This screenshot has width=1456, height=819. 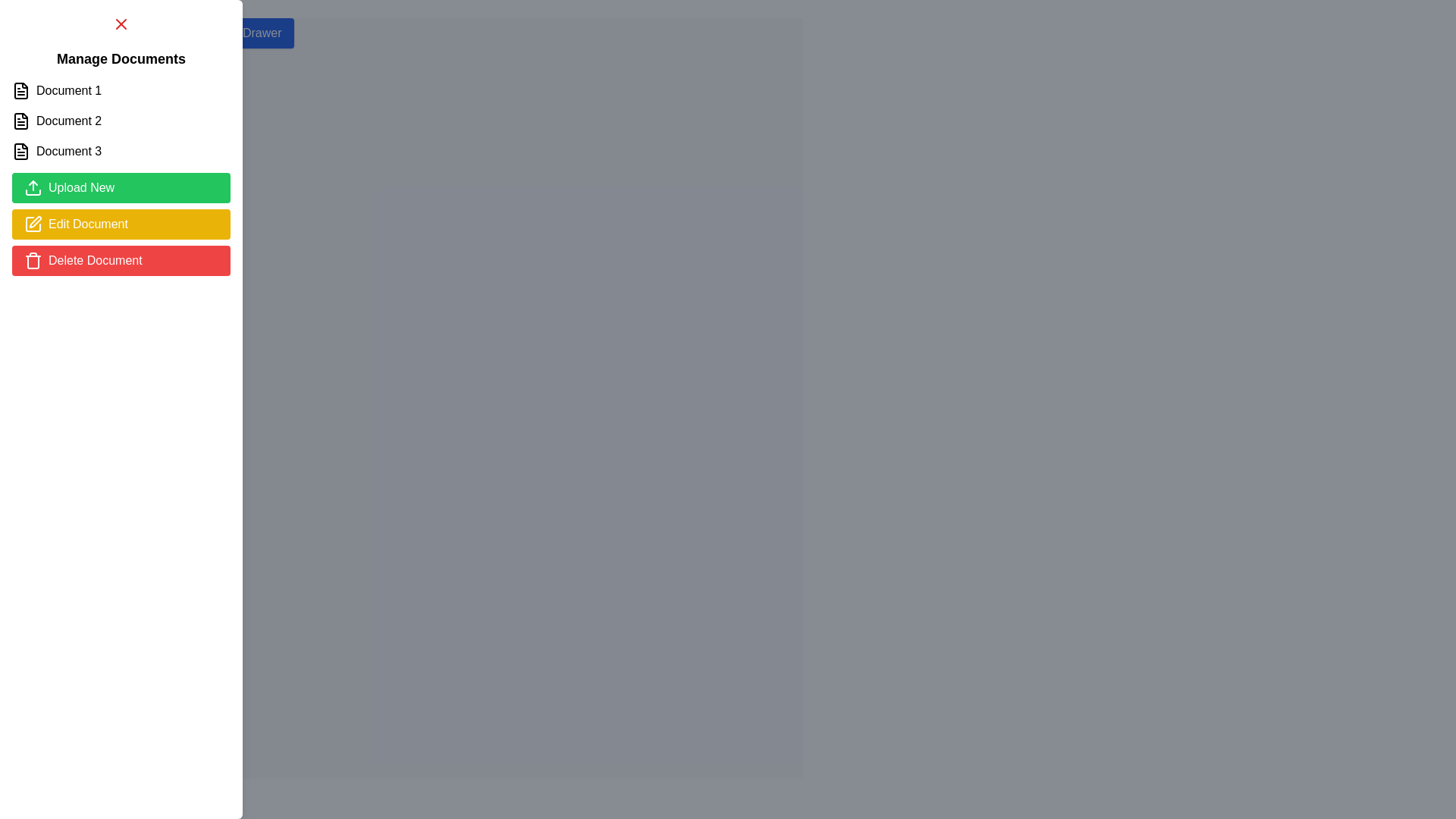 What do you see at coordinates (120, 224) in the screenshot?
I see `the 'Edit Document' button located in the 'Manage Documents' section, positioned between the green 'Upload New' button and the red 'Delete Document' button` at bounding box center [120, 224].